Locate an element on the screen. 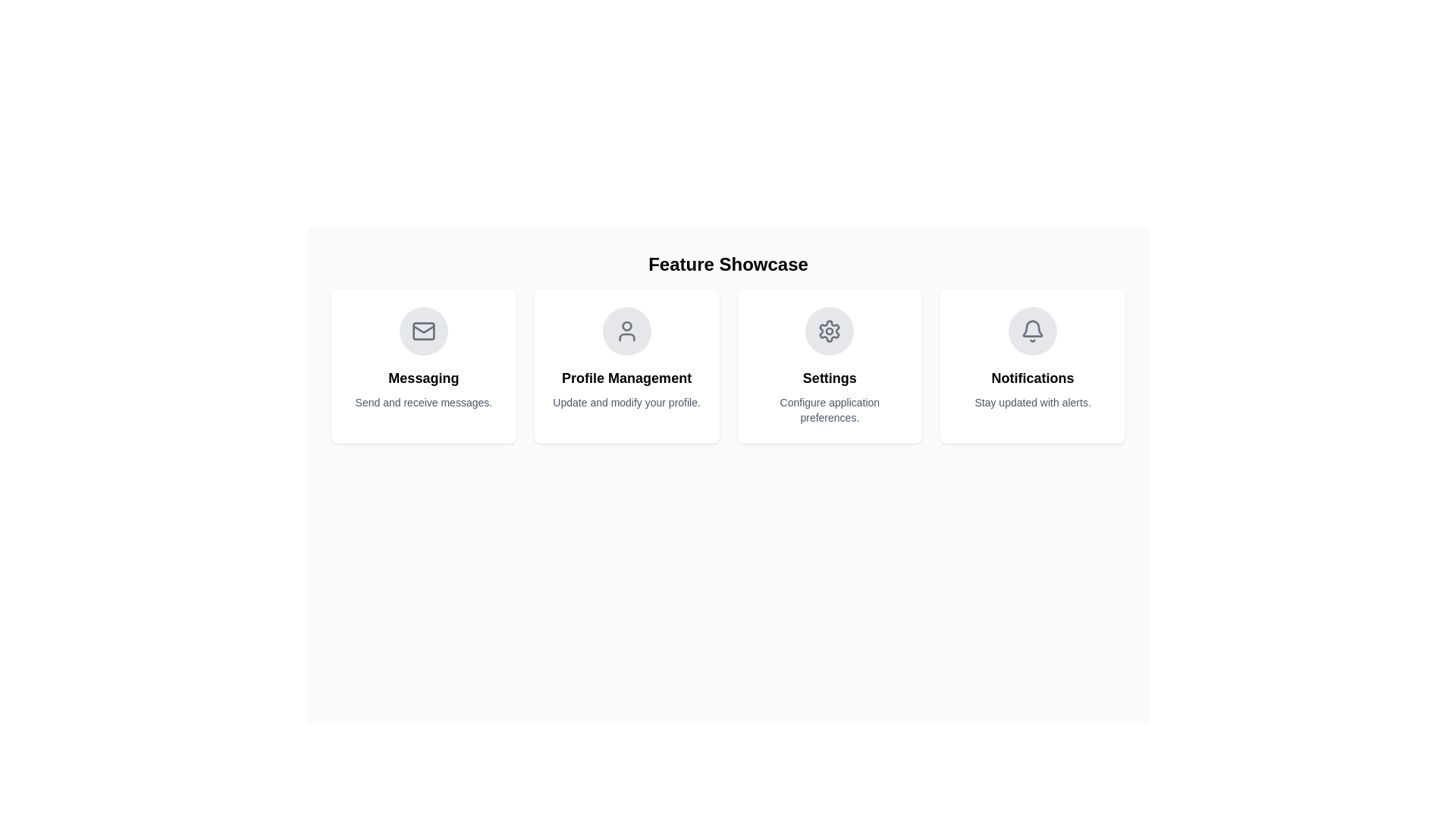  the settings icon located in the Feature Showcase section, which is centered within the 'Settings' card, positioned above the 'Configure application preferences' text and below the title 'Settings' is located at coordinates (829, 330).